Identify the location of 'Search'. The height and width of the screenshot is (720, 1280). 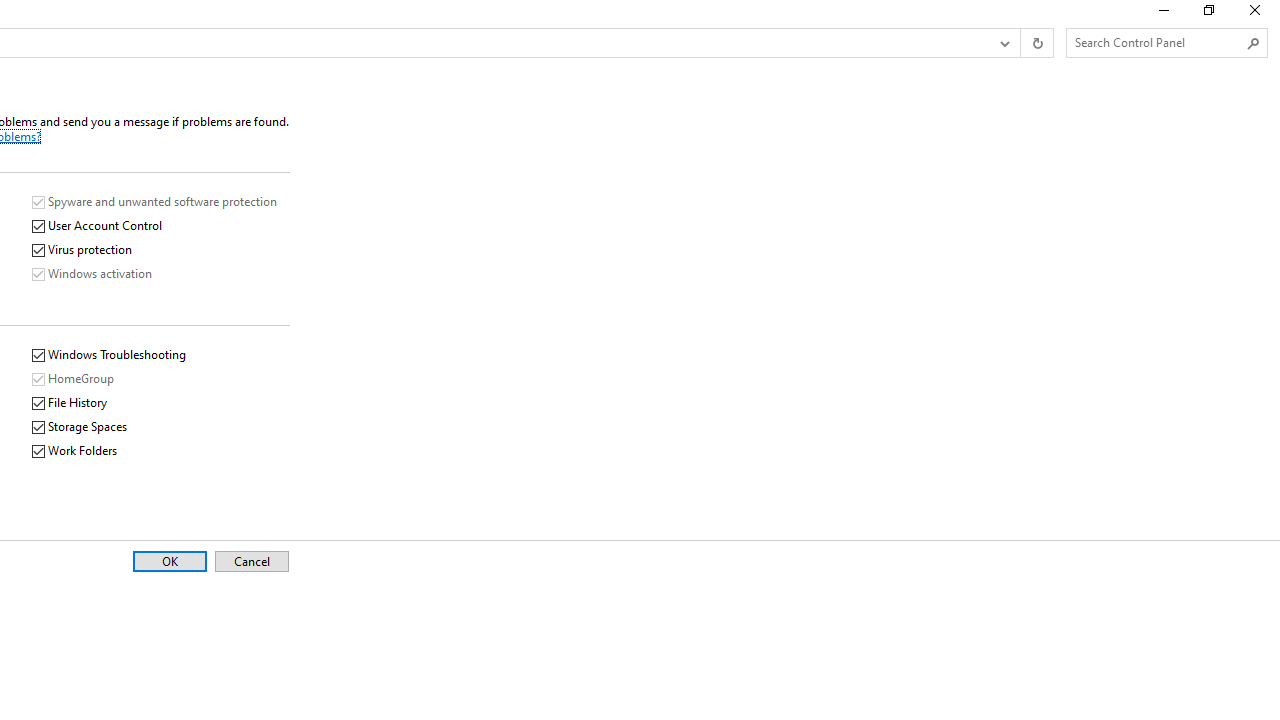
(1252, 43).